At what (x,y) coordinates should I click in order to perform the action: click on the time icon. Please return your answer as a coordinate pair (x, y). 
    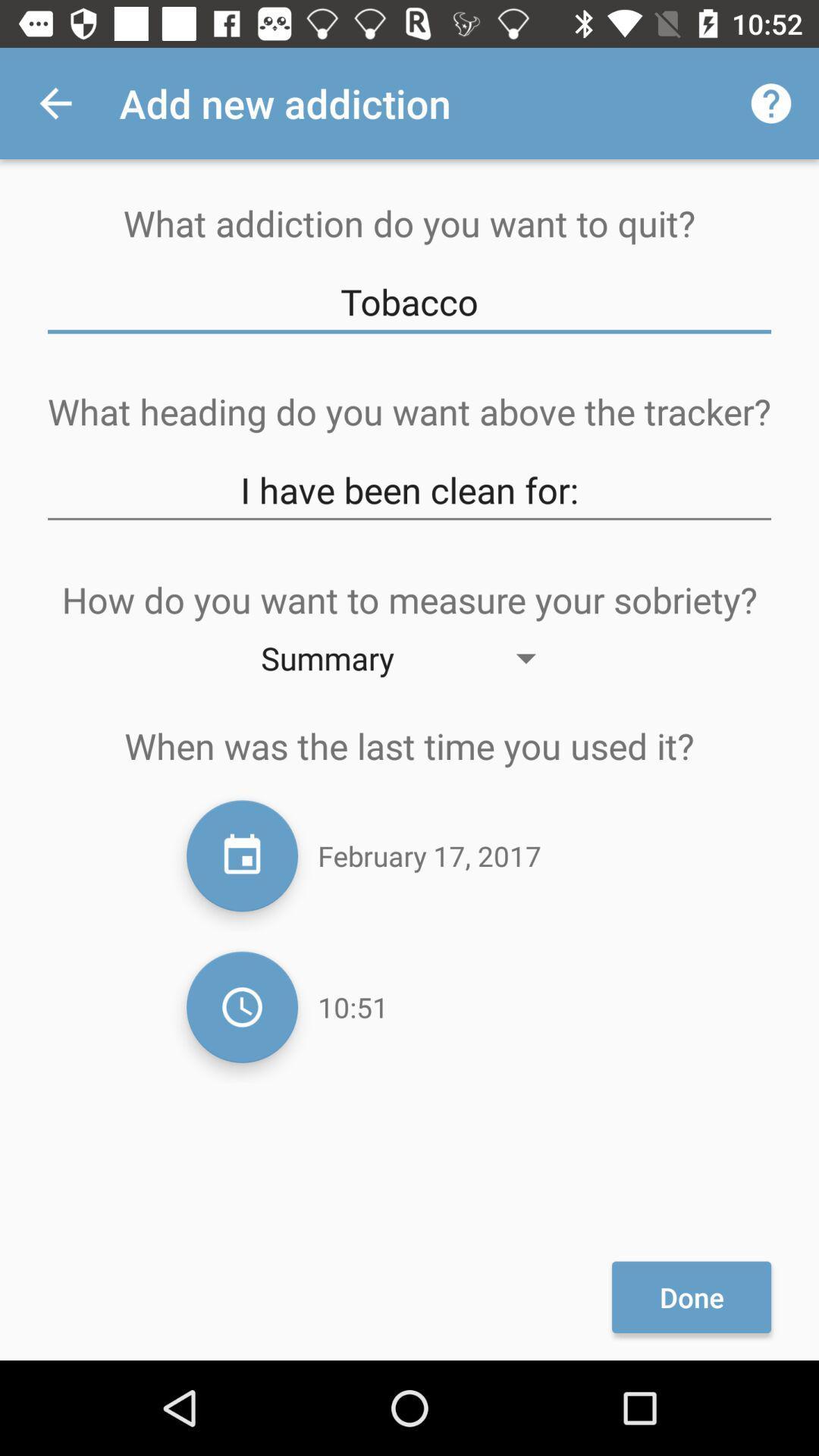
    Looking at the image, I should click on (241, 1007).